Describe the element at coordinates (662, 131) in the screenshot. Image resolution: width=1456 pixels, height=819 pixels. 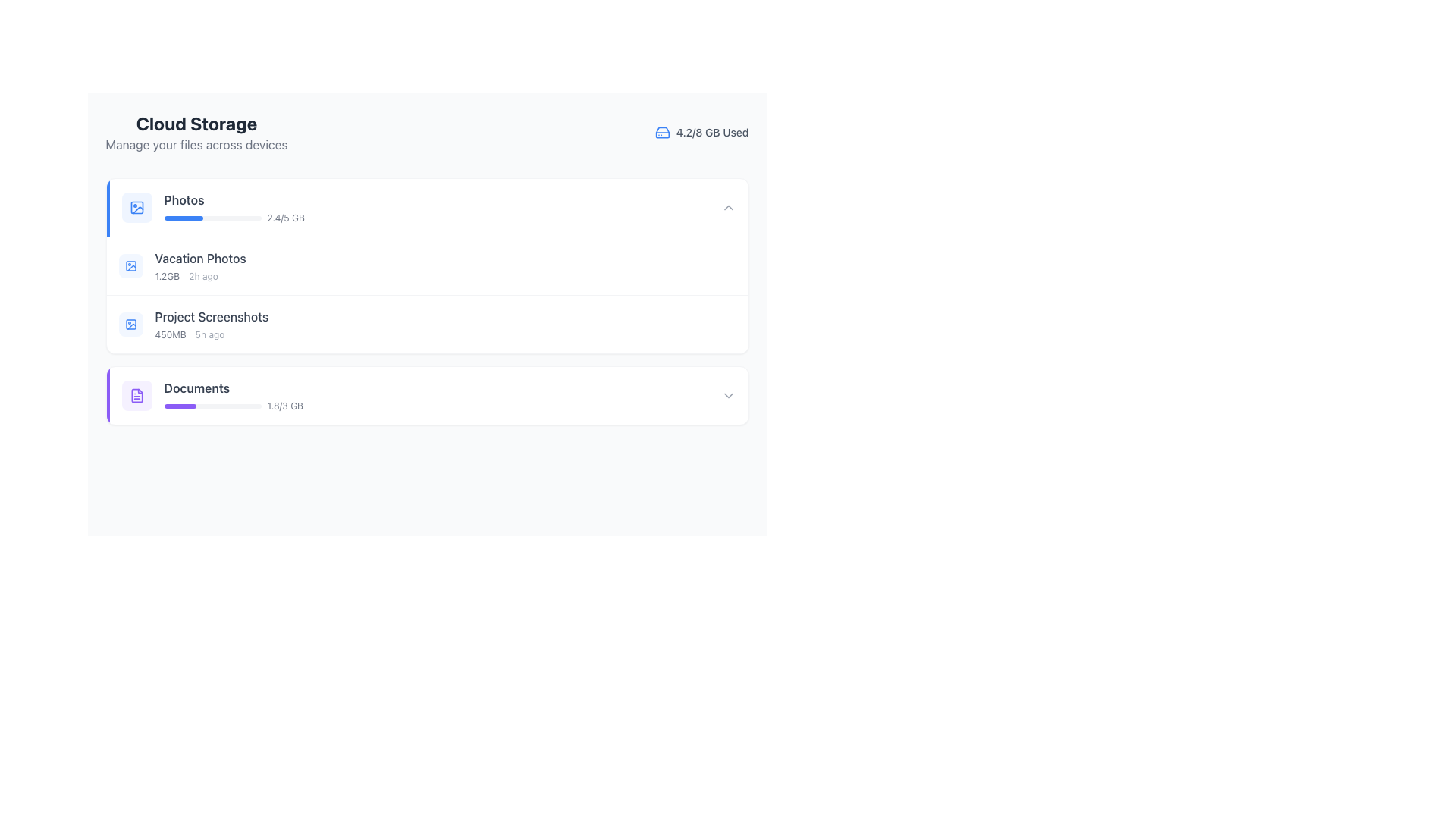
I see `the blue hard drive icon styled with minimalistic line-art design, located in the upper right corner of the interface next to the text '4.2/8 GB Used.'` at that location.